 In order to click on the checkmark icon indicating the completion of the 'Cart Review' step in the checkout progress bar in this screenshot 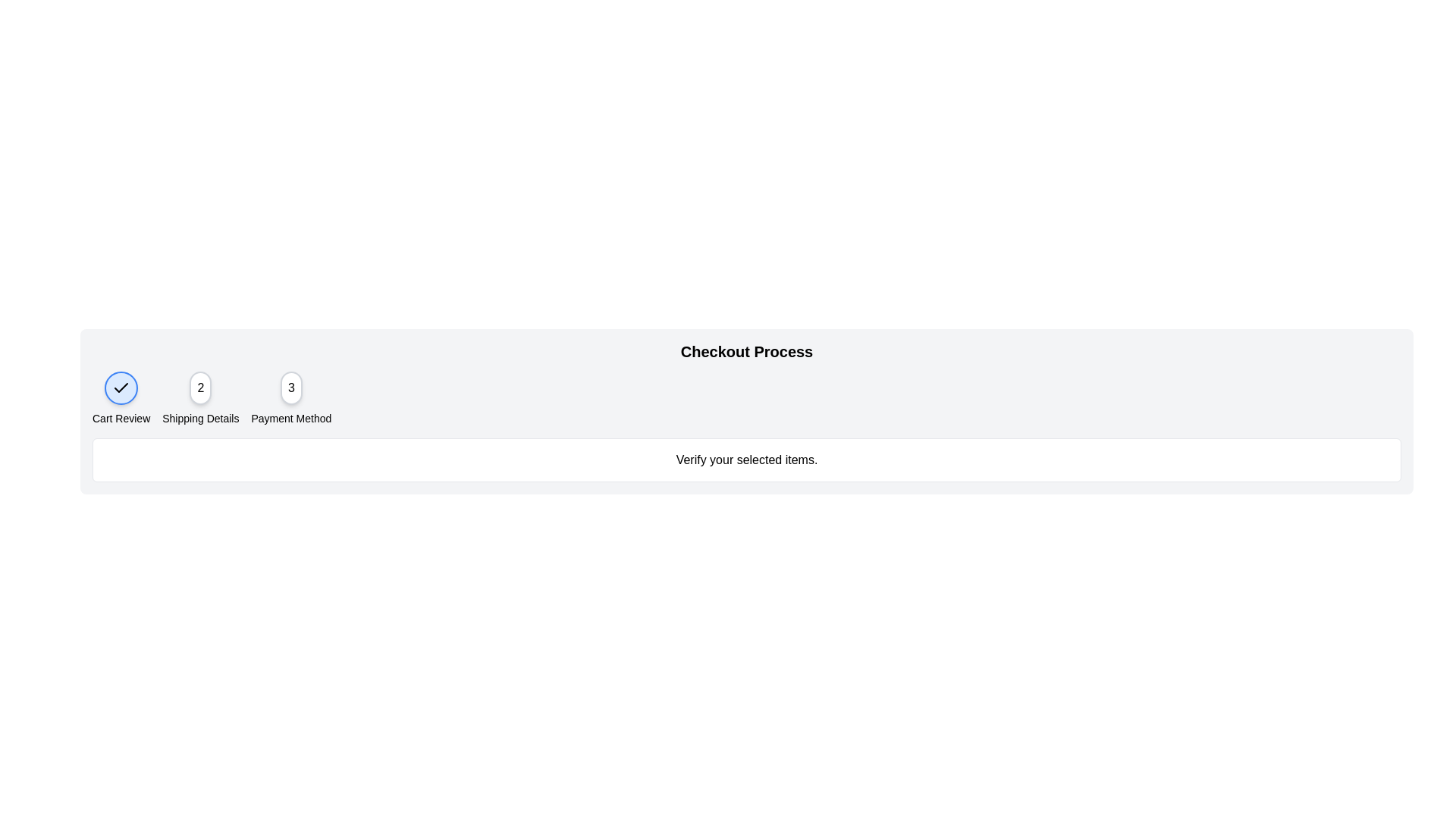, I will do `click(121, 387)`.